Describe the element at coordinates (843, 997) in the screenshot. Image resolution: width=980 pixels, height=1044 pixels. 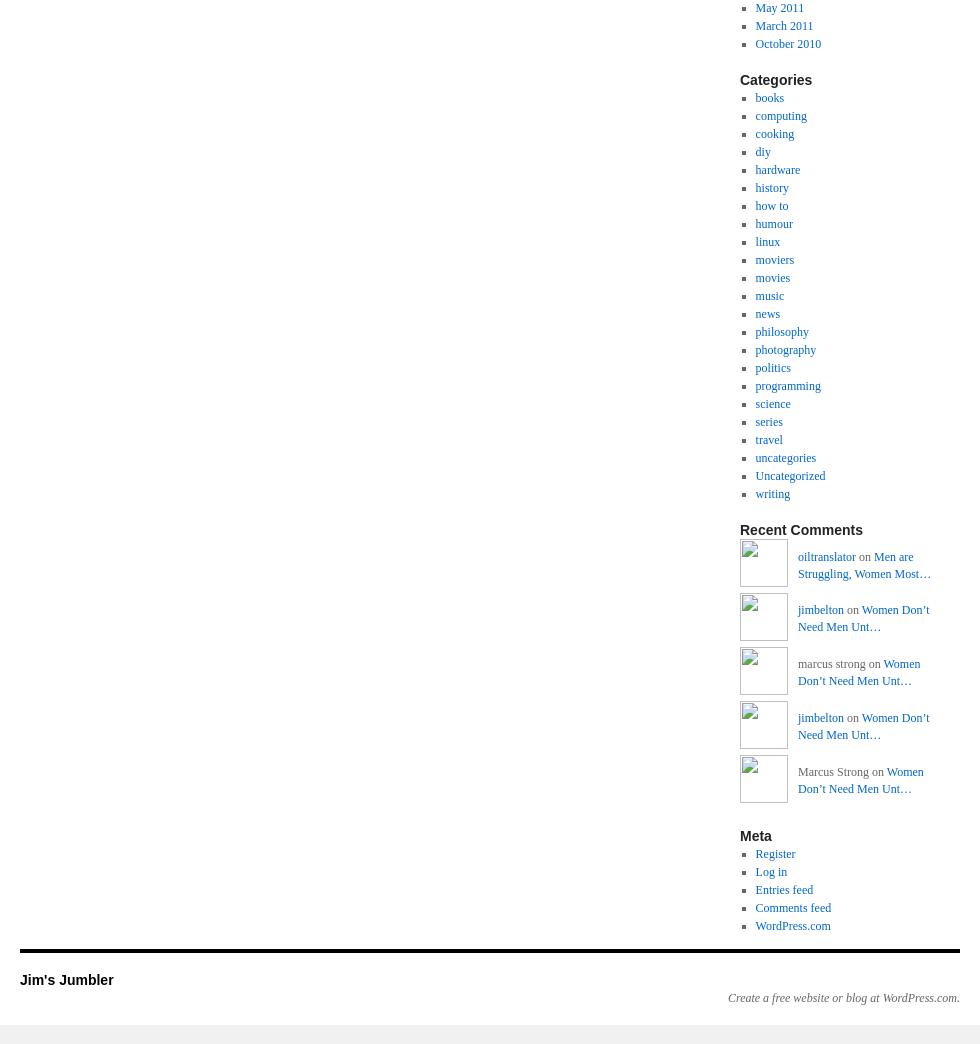
I see `'Create a free website or blog at WordPress.com.'` at that location.